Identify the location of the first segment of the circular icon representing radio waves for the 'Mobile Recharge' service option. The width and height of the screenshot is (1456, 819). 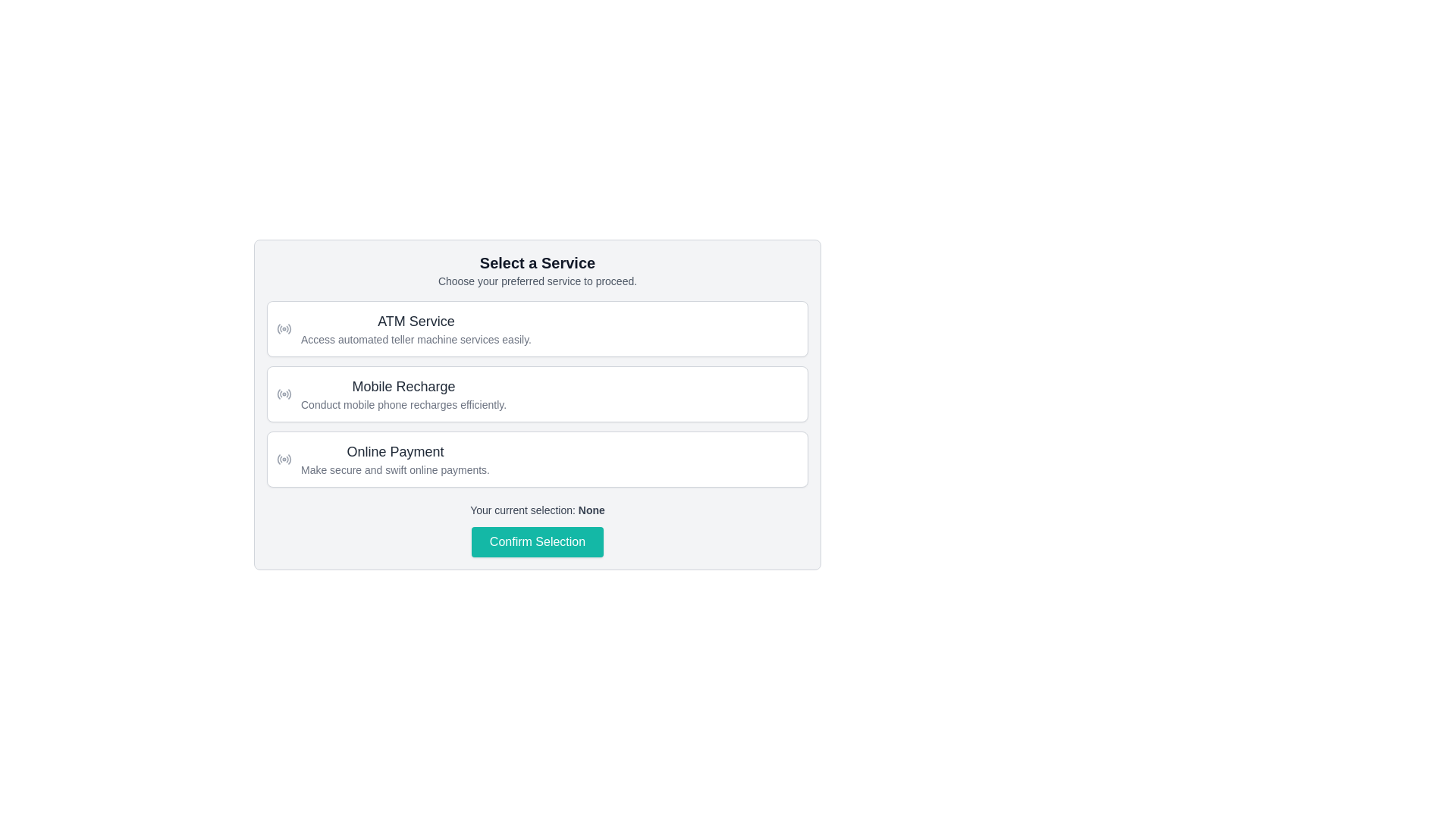
(278, 394).